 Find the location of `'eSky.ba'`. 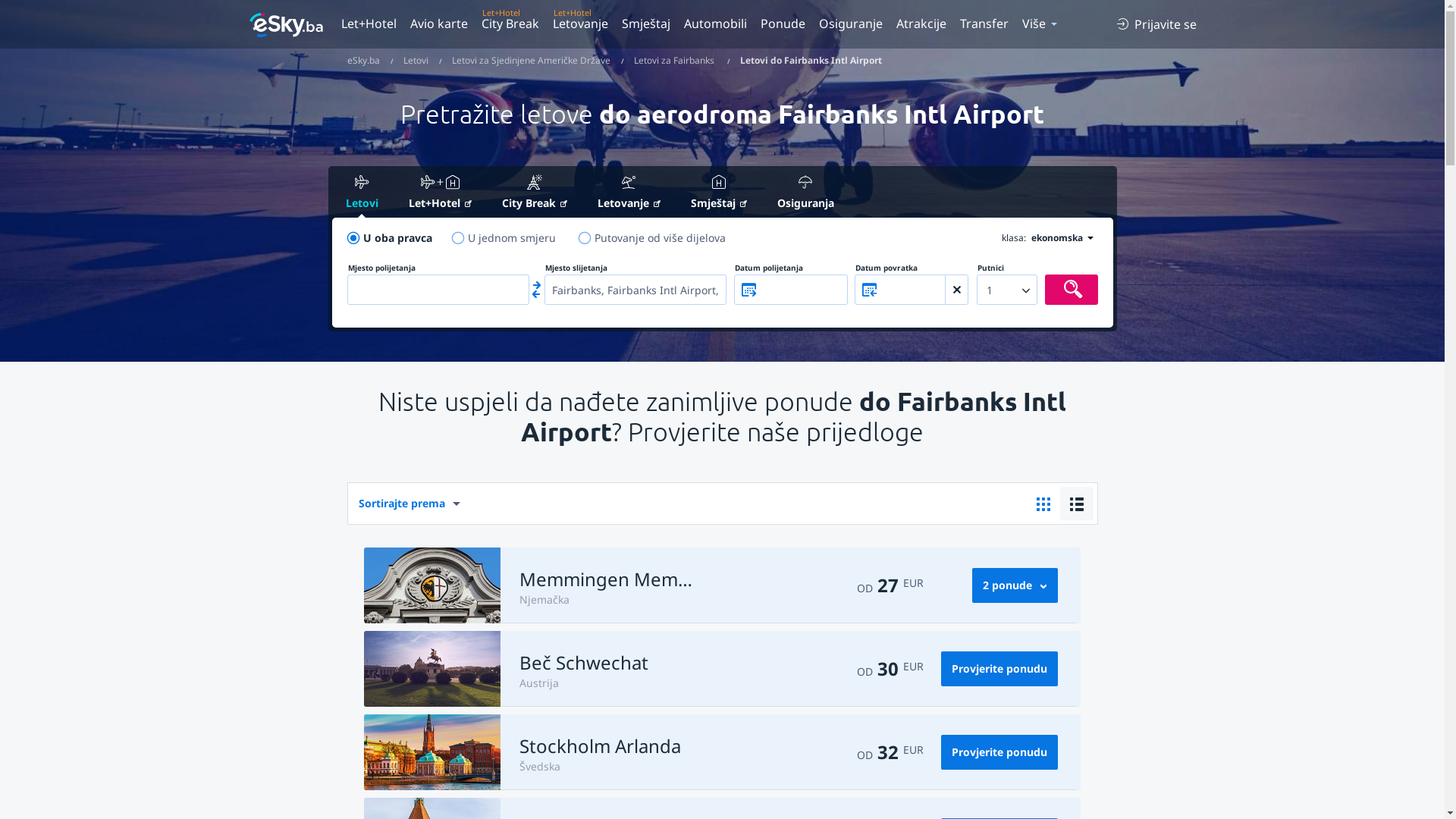

'eSky.ba' is located at coordinates (362, 60).